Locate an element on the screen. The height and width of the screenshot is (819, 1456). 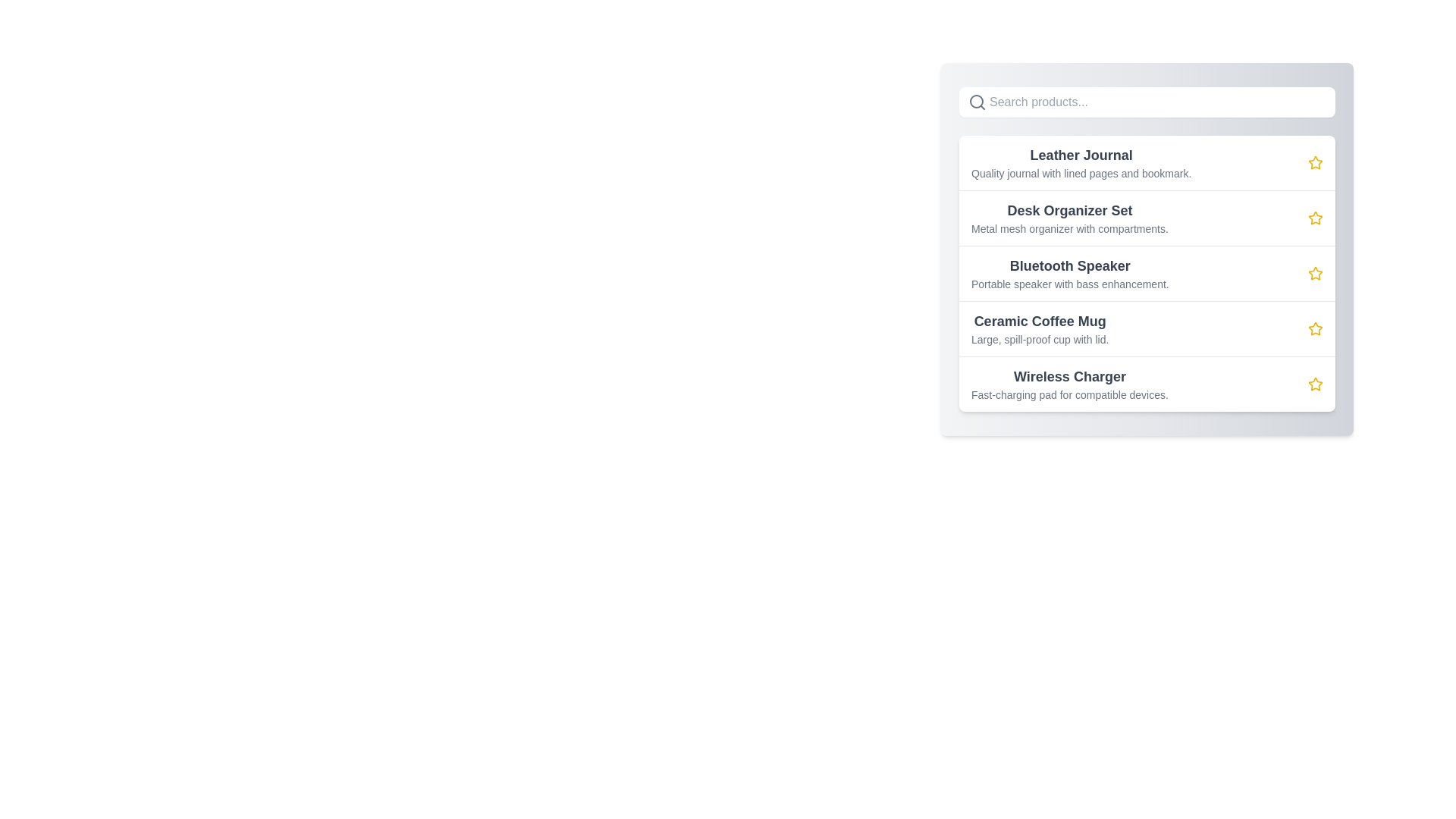
text label that serves as the title for the product entry located in the vertical list, specifically the third item between 'Desk Organizer Set' and 'Ceramic Coffee Mug' is located at coordinates (1069, 265).